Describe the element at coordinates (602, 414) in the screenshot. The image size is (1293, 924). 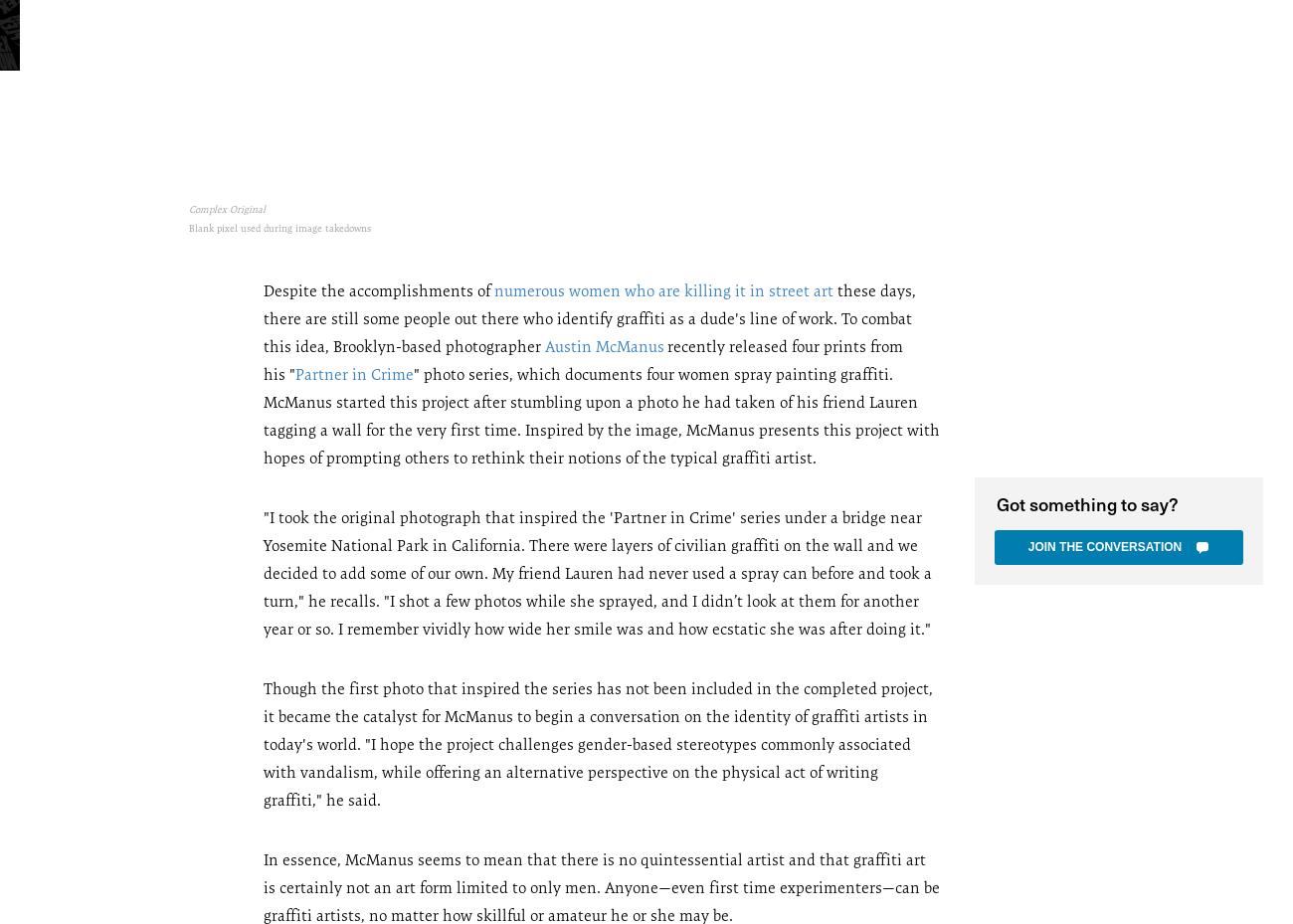
I see `'" photo series, which documents four women spray painting graffiti. McManus started this project after stumbling upon a photo he had taken of his friend Lauren tagging a wall for the very first time. Inspired by the image, McManus presents this project with hopes of prompting others to rethink their notions of the typical graffiti artist.'` at that location.